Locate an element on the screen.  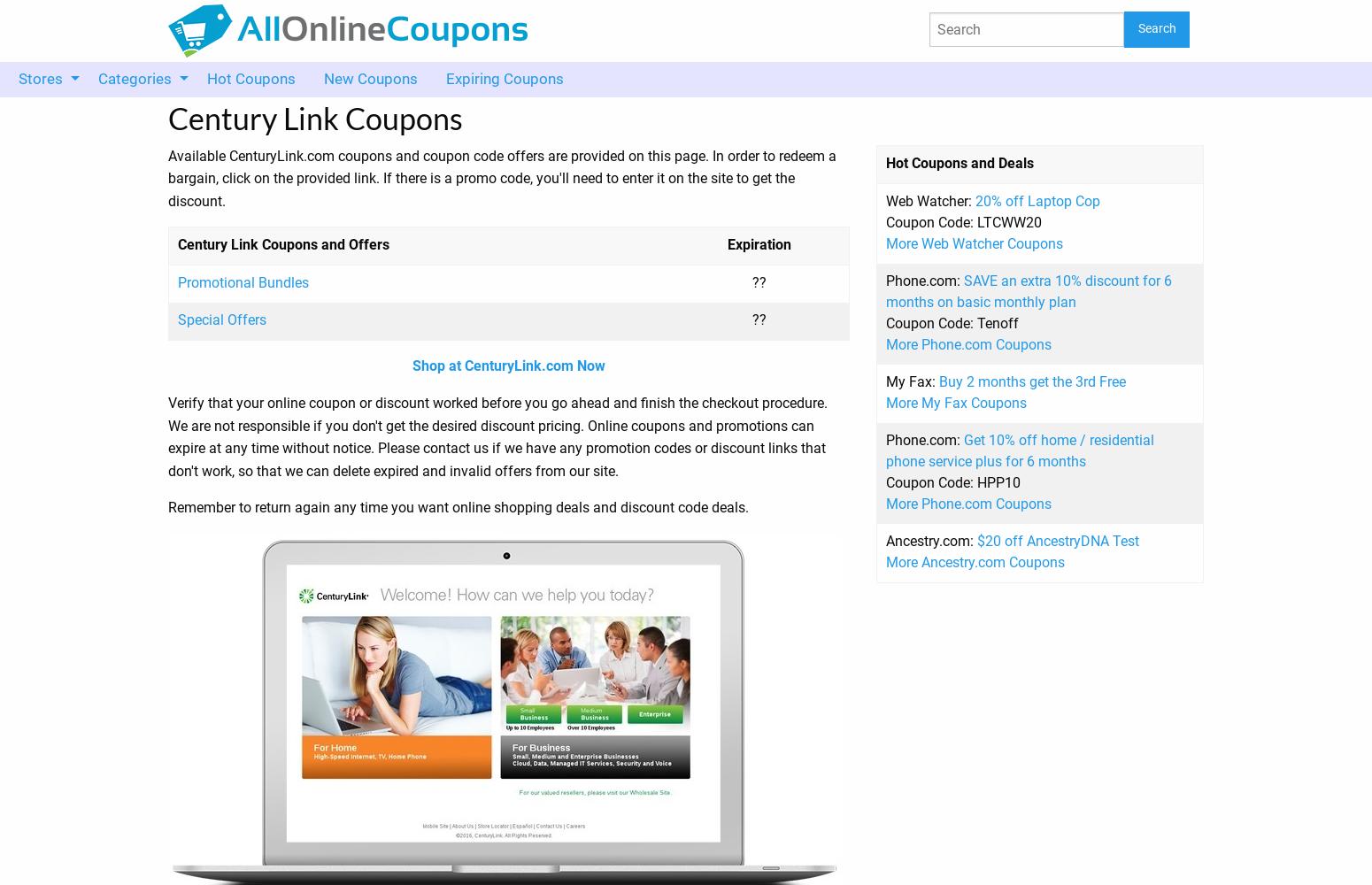
'Buy 2 months get the 3rd Free' is located at coordinates (1032, 381).